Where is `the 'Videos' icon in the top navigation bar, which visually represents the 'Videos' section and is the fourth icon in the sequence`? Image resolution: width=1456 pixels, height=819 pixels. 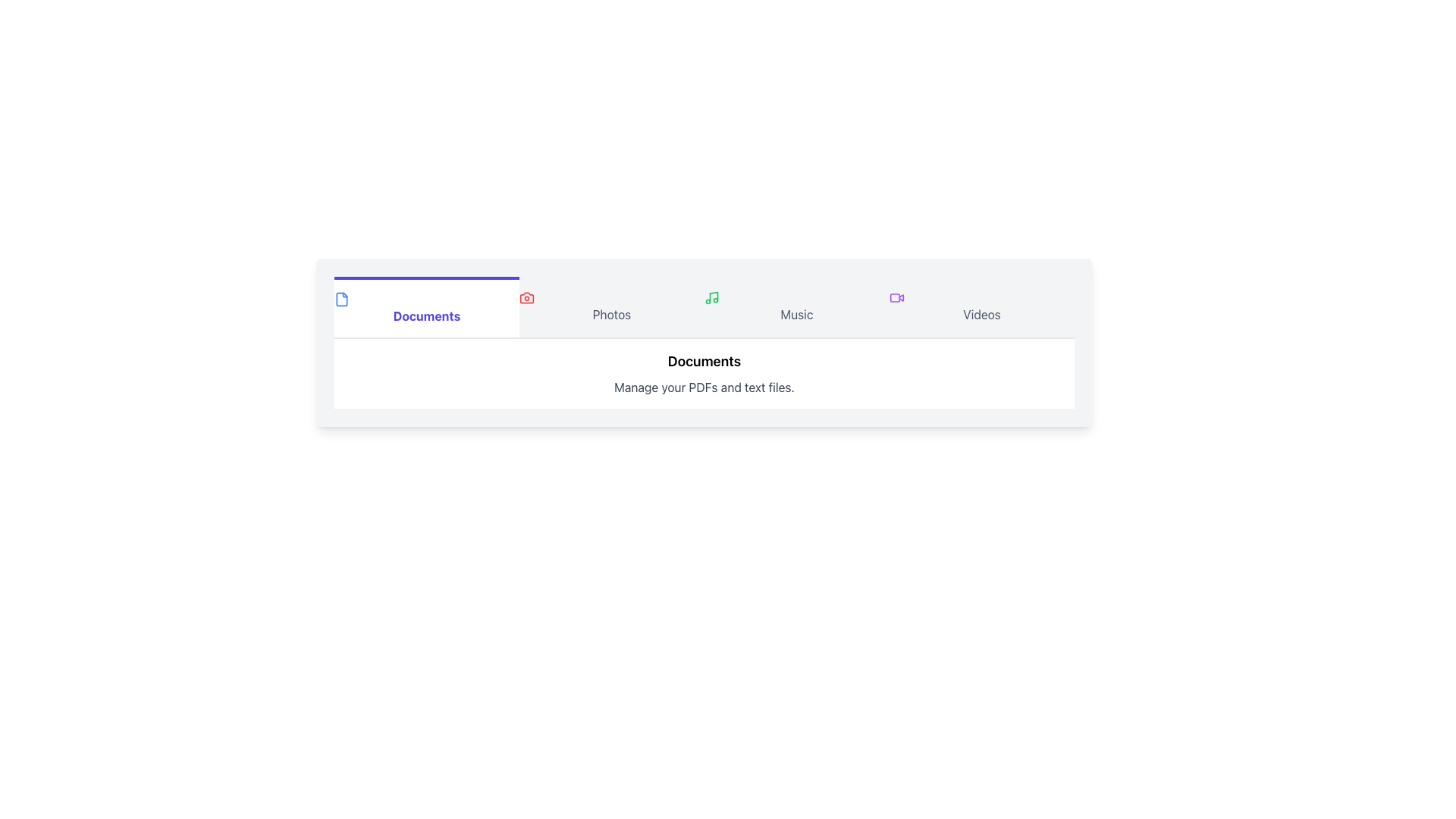 the 'Videos' icon in the top navigation bar, which visually represents the 'Videos' section and is the fourth icon in the sequence is located at coordinates (896, 298).